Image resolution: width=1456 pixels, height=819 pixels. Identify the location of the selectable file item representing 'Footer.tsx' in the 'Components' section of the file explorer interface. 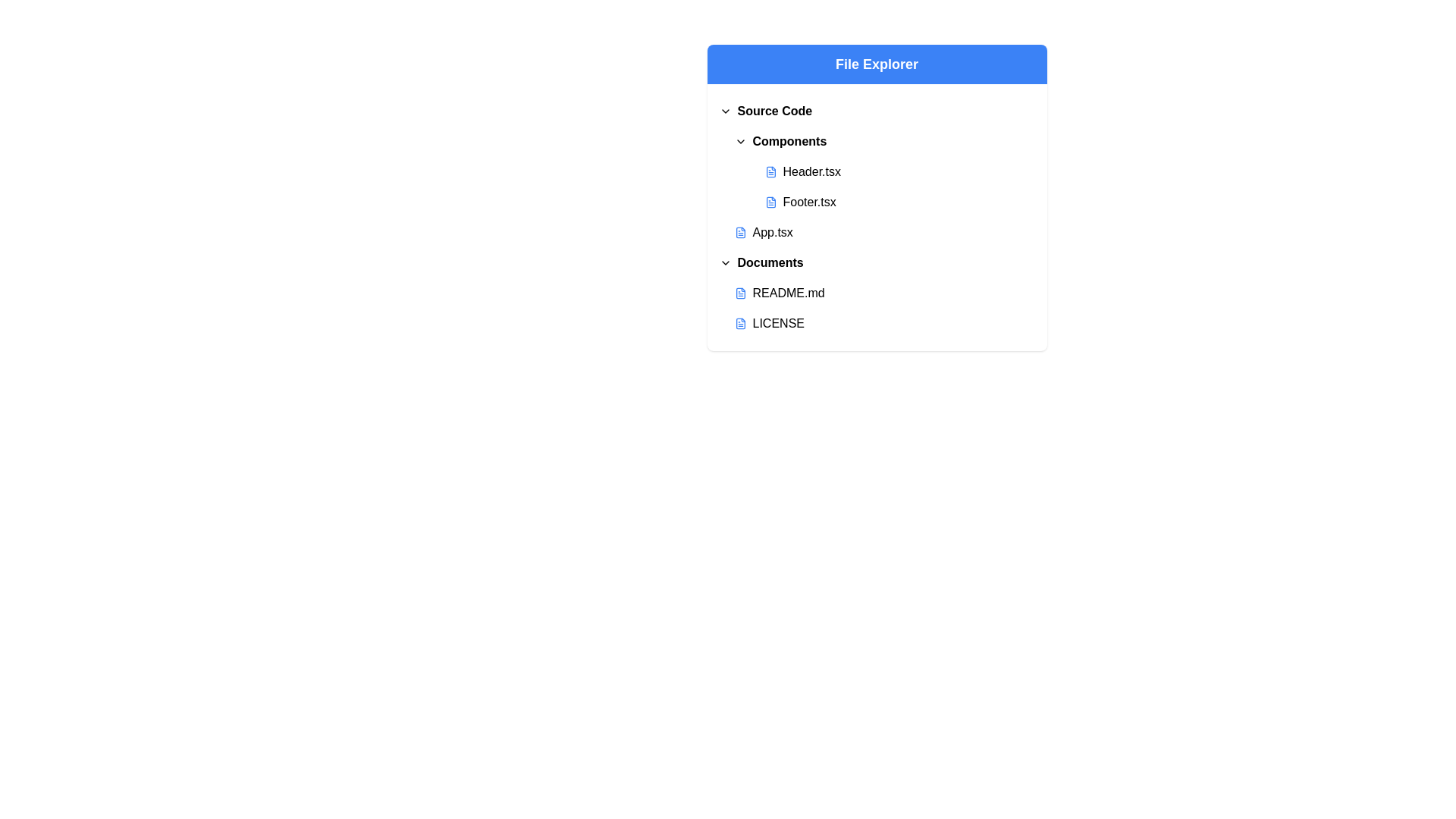
(899, 201).